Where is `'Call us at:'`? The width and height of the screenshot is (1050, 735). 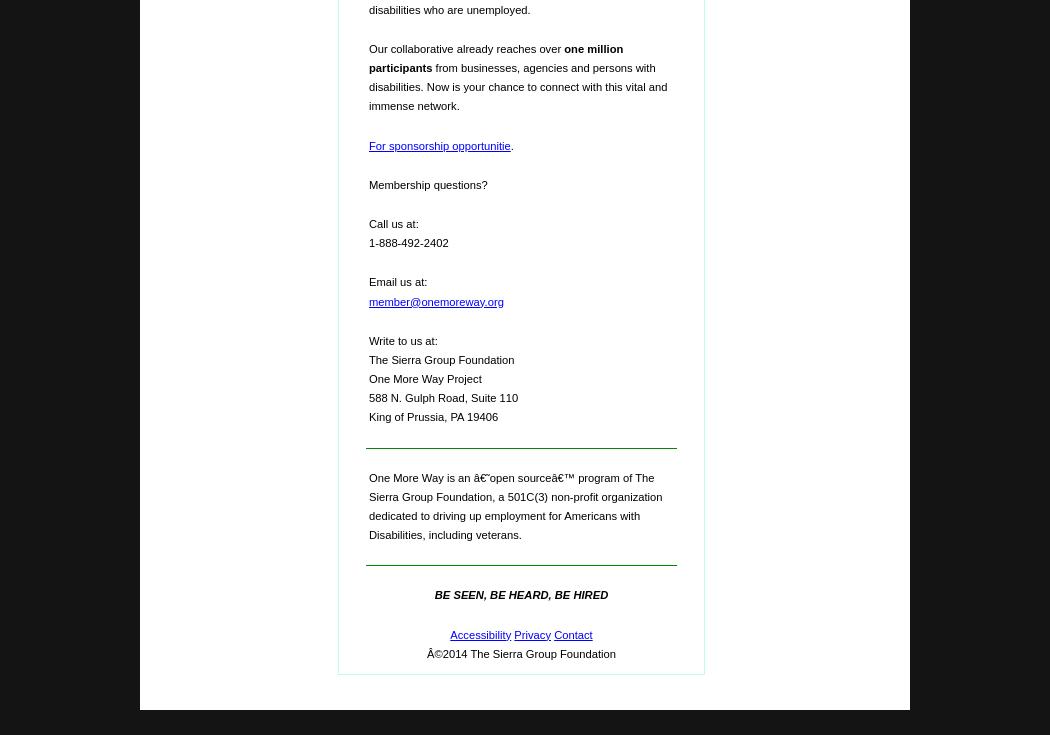
'Call us at:' is located at coordinates (393, 221).